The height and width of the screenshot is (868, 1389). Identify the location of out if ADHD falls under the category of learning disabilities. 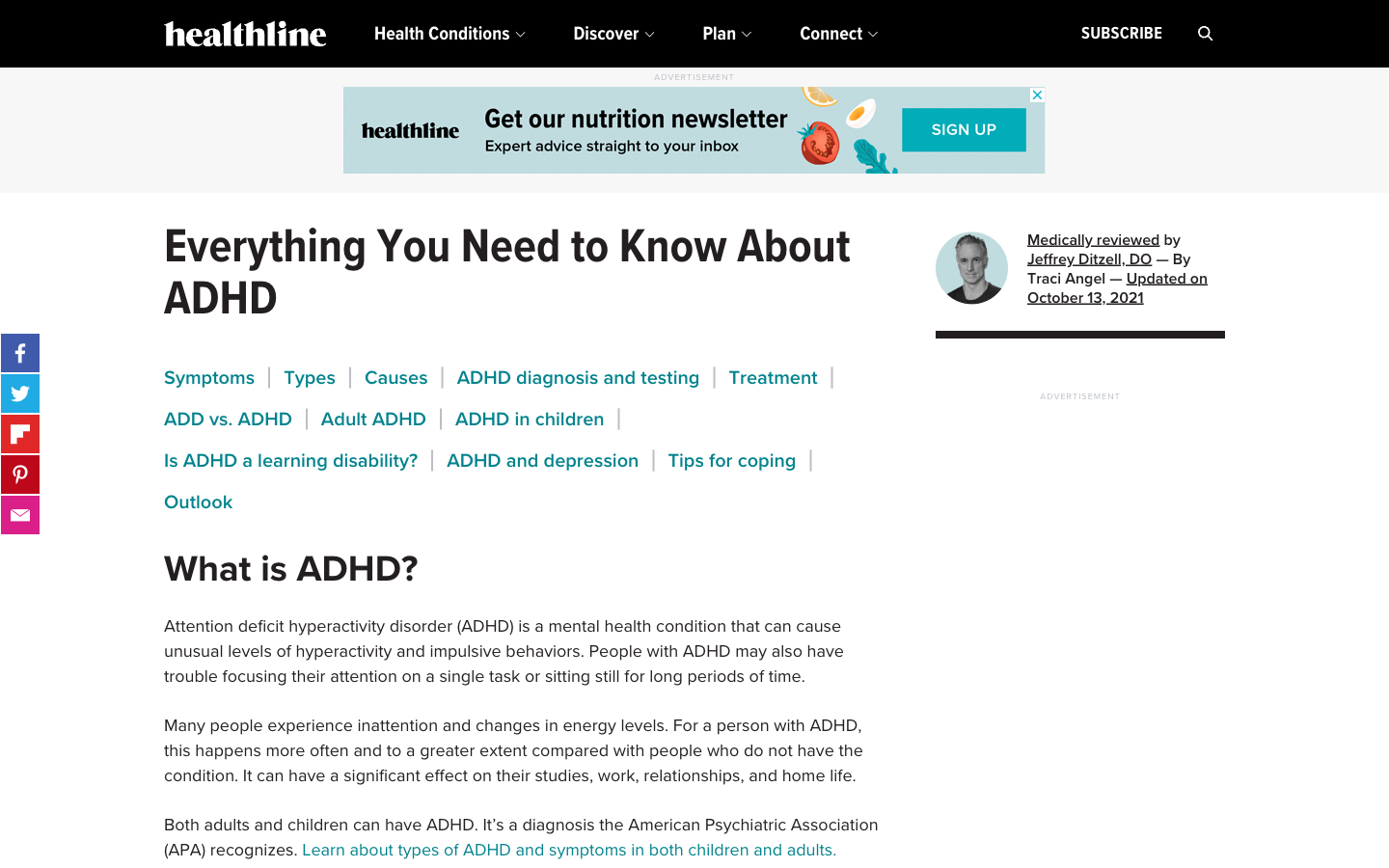
(290, 459).